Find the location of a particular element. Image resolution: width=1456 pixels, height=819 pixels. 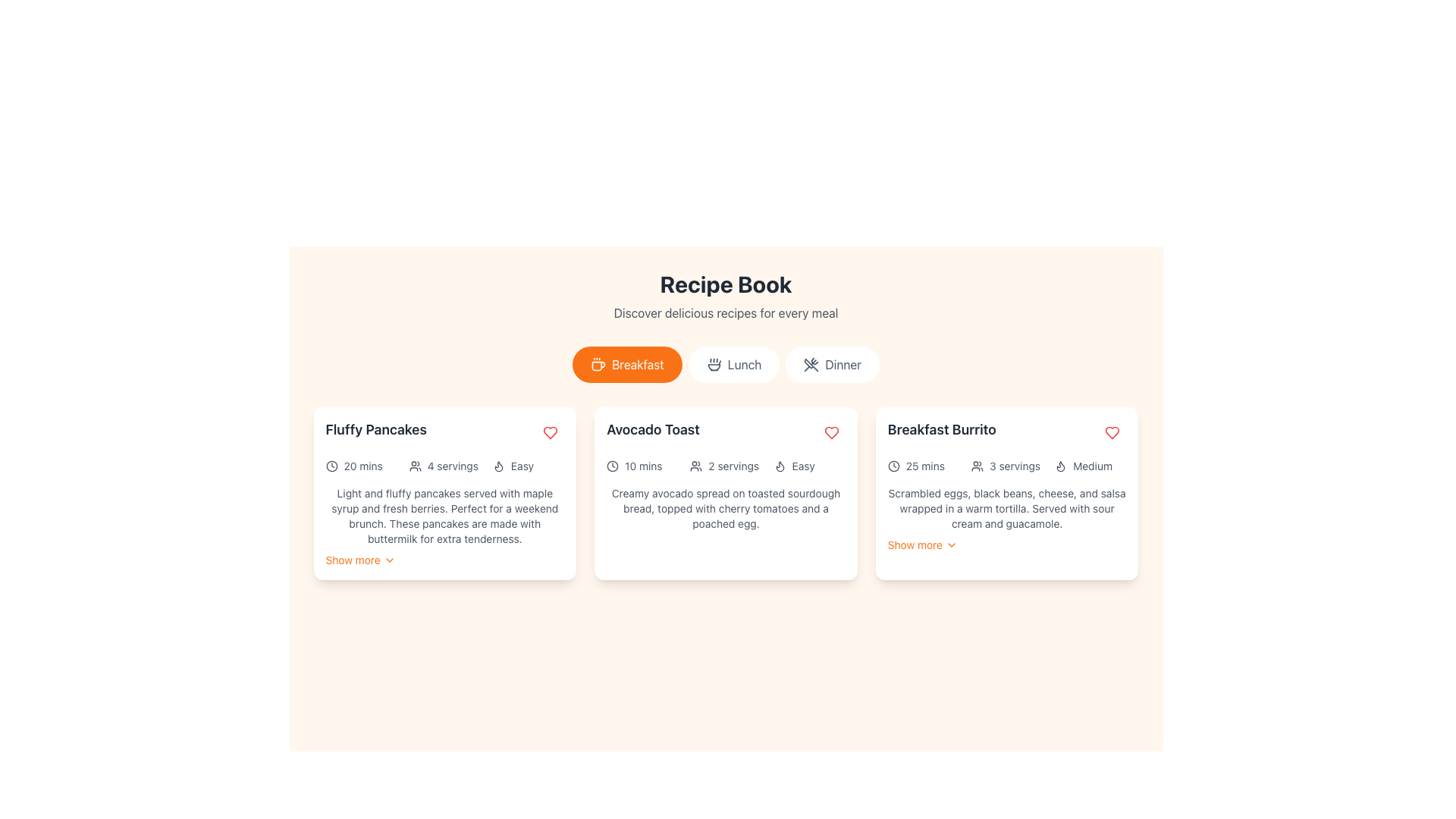

the small soup bowl icon within the 'Lunch' button located in the middle of the navigation options under the title 'Recipe Book' is located at coordinates (713, 365).